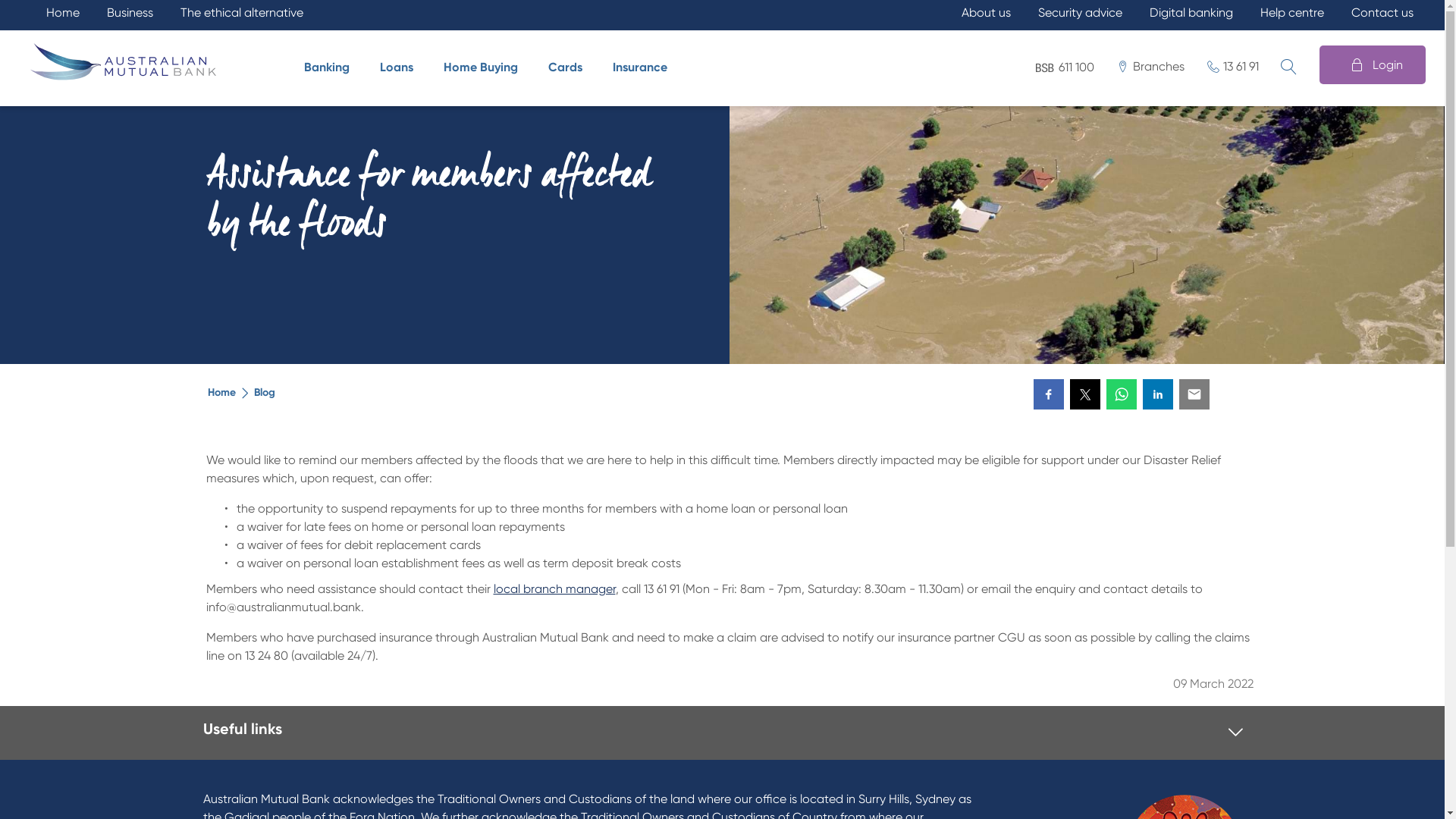 This screenshot has height=819, width=1456. What do you see at coordinates (600, 66) in the screenshot?
I see `'Insurance'` at bounding box center [600, 66].